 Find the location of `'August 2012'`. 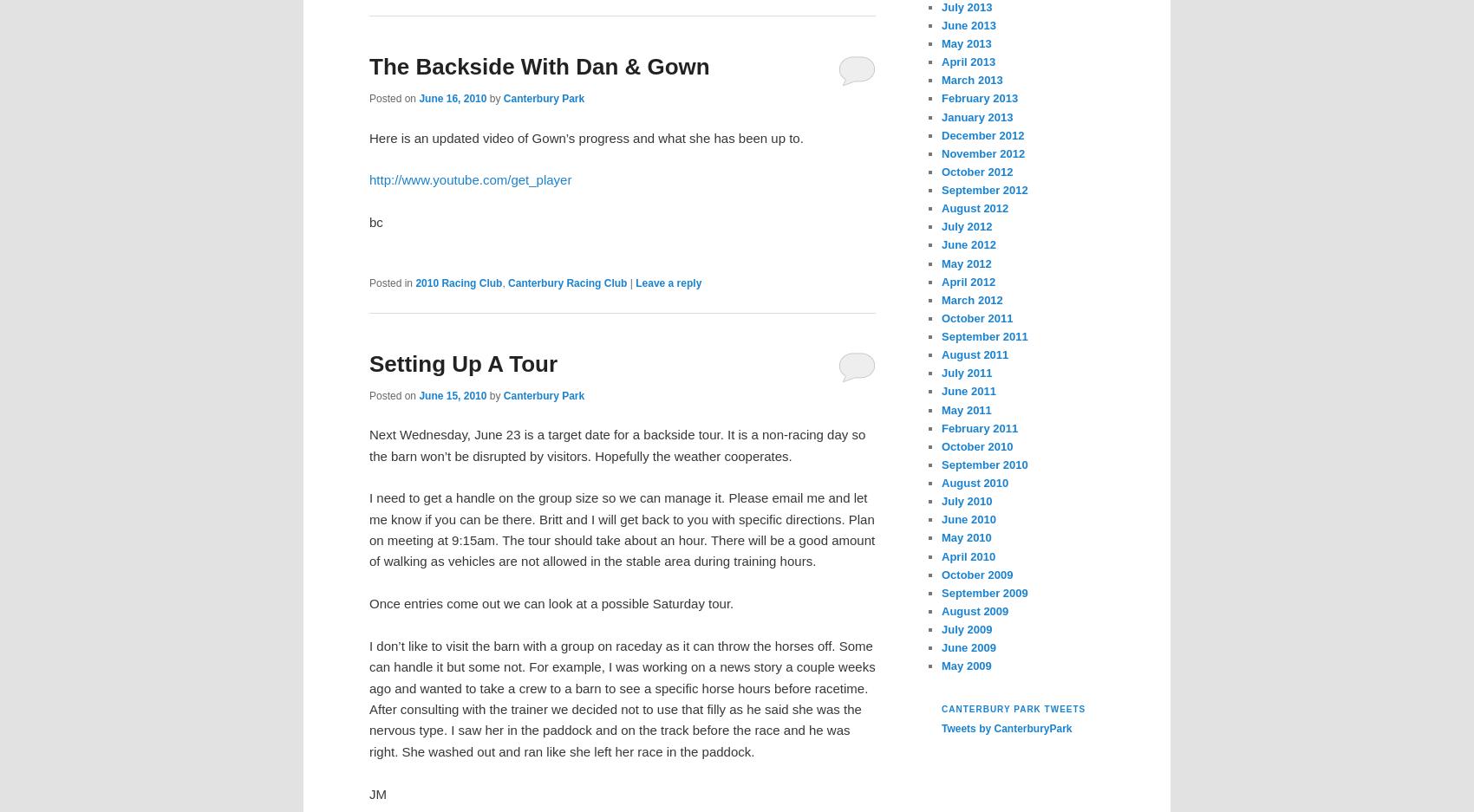

'August 2012' is located at coordinates (975, 207).